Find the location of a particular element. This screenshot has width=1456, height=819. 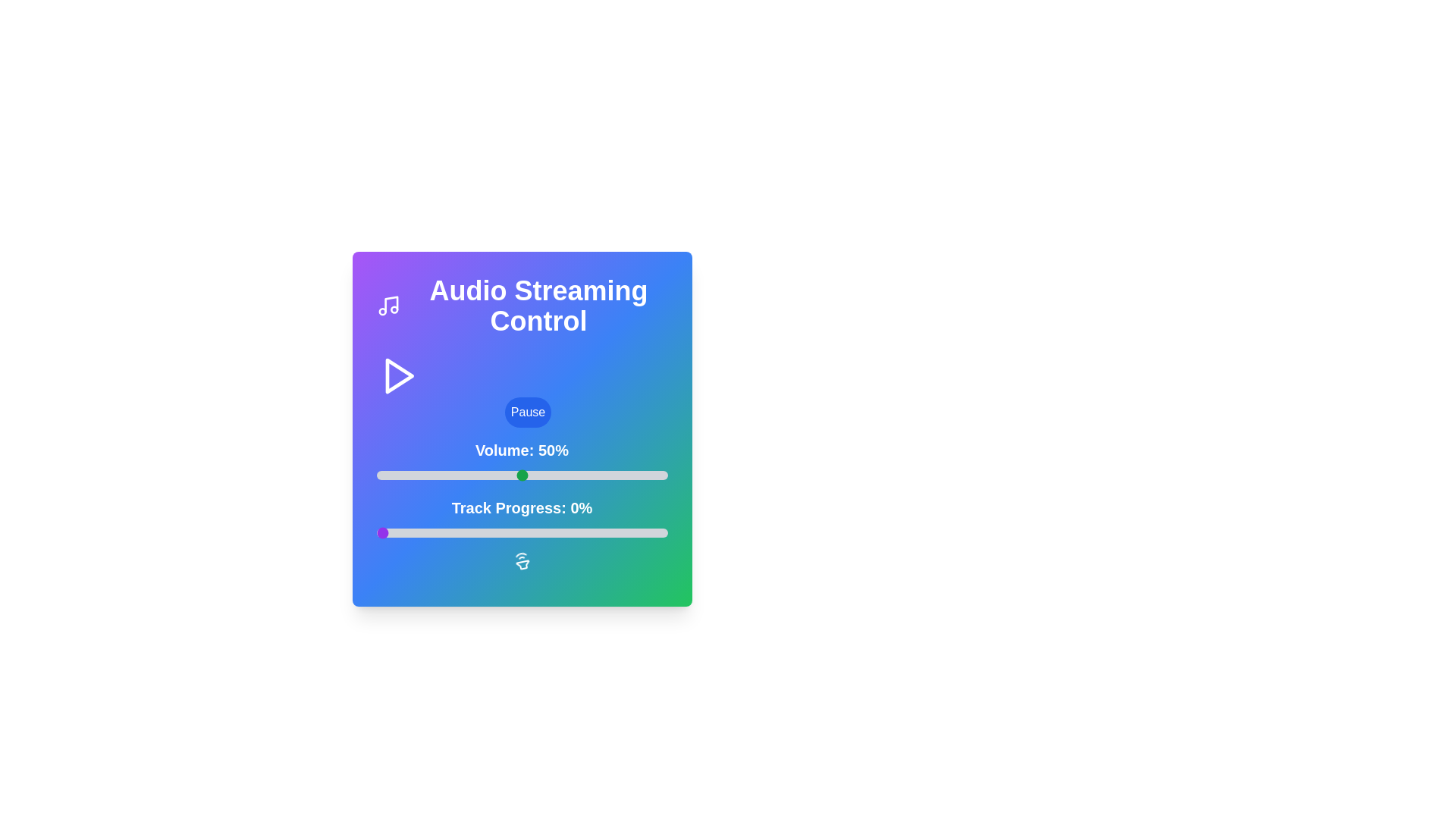

the volume slider to 83% is located at coordinates (618, 475).